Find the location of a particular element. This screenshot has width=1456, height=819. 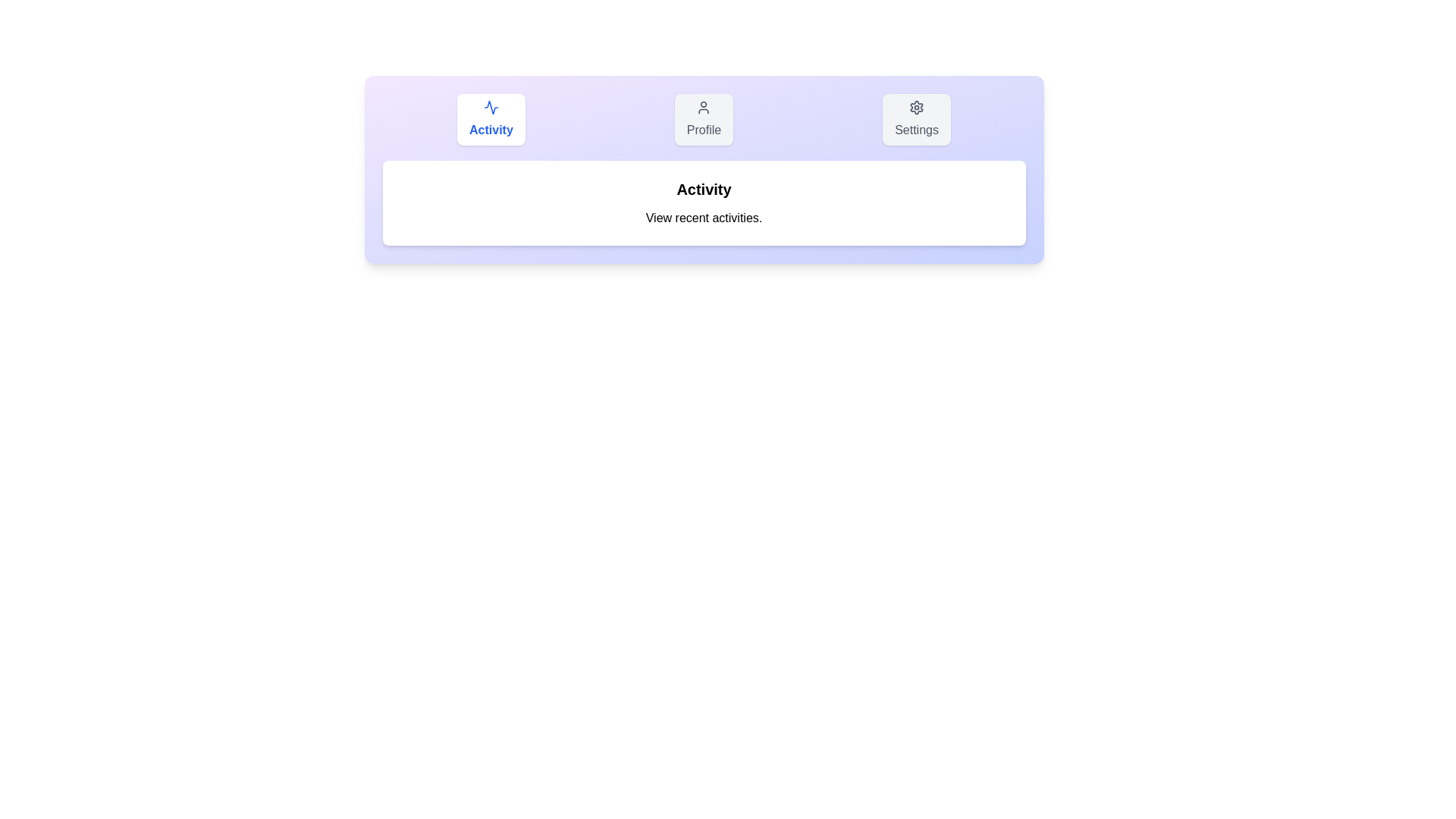

the Profile tab and read its content is located at coordinates (703, 119).